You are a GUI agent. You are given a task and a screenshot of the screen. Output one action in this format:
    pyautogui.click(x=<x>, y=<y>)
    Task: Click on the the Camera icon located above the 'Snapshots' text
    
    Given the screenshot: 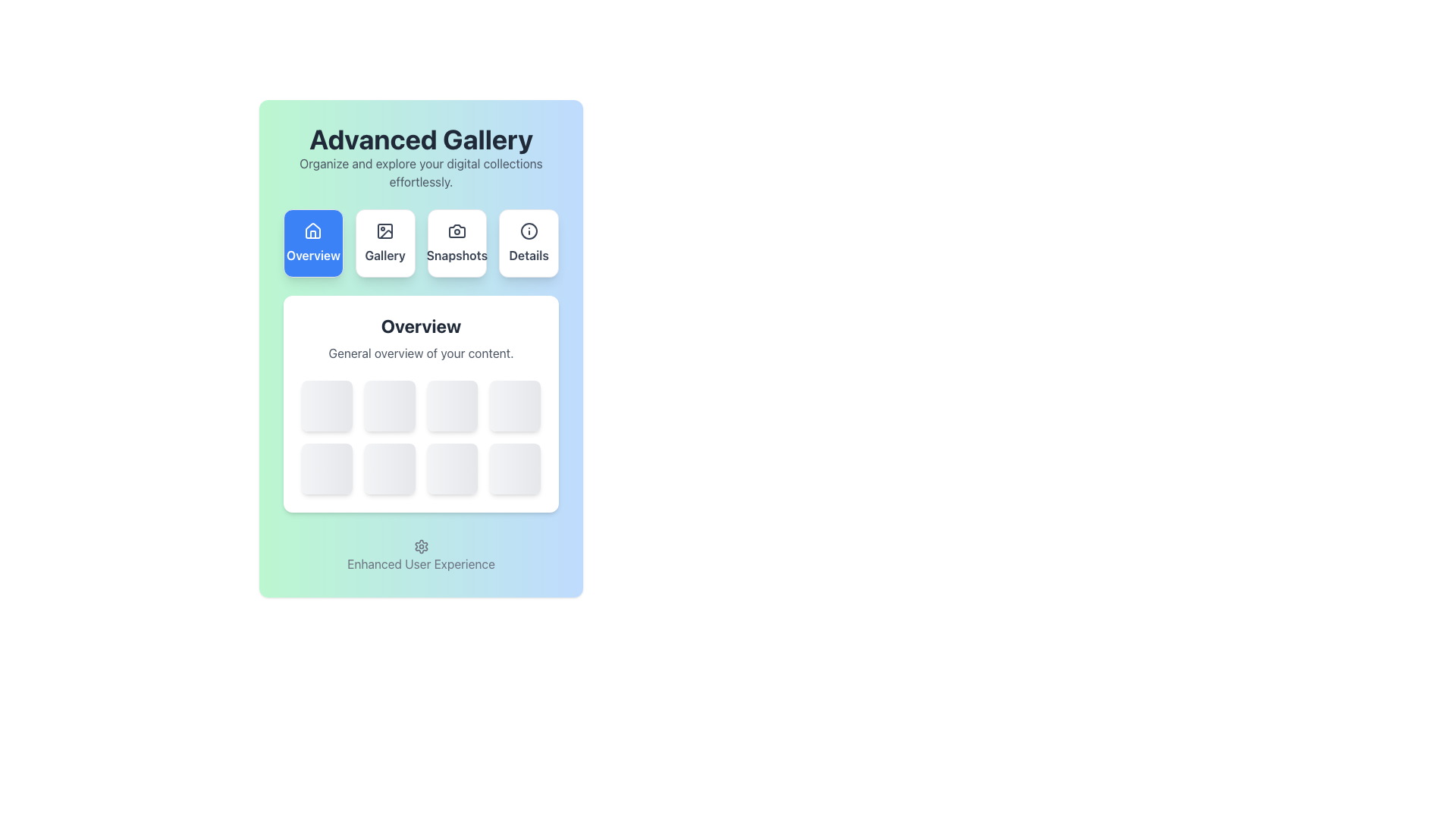 What is the action you would take?
    pyautogui.click(x=456, y=231)
    